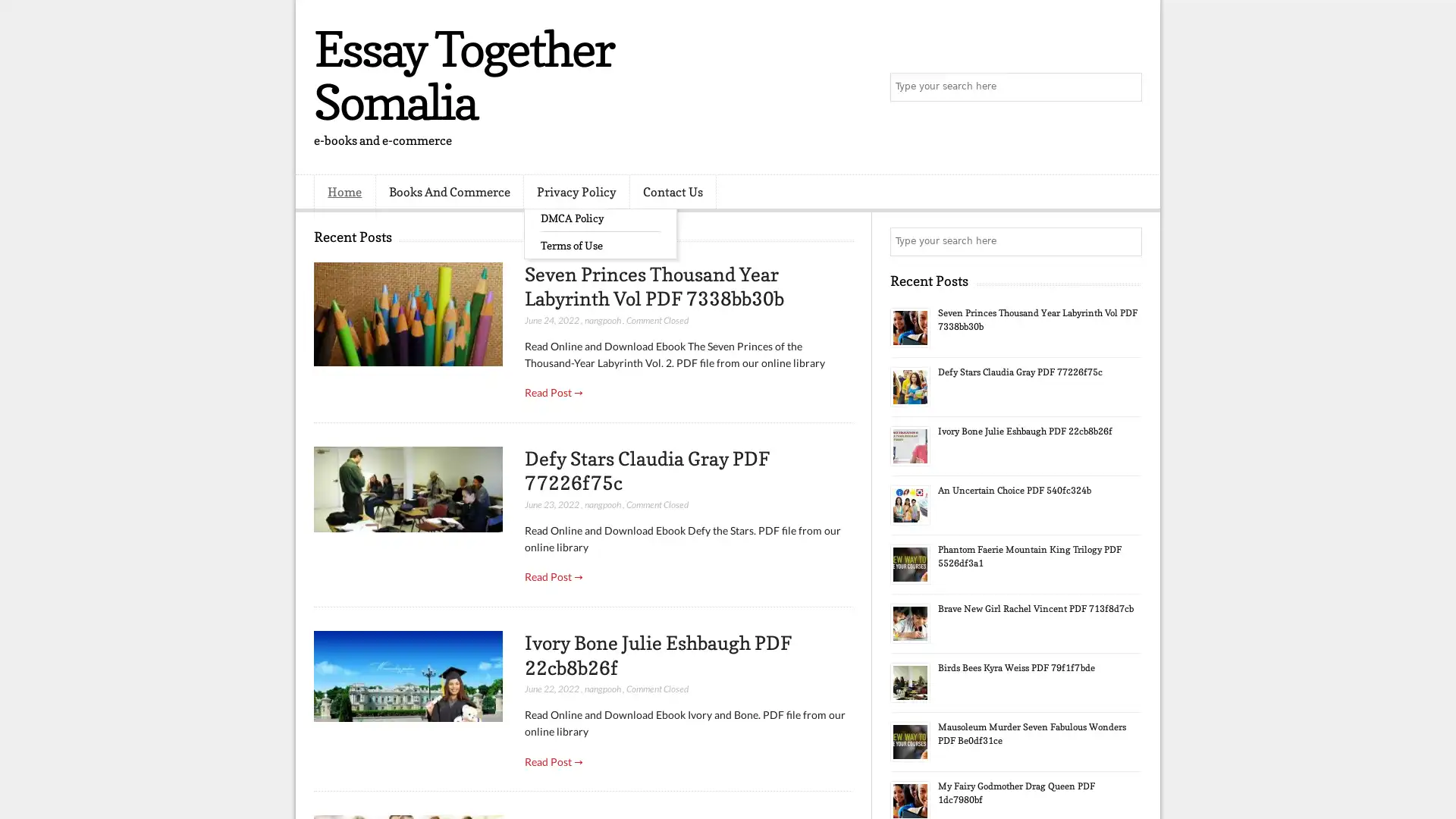  What do you see at coordinates (1126, 241) in the screenshot?
I see `Search` at bounding box center [1126, 241].